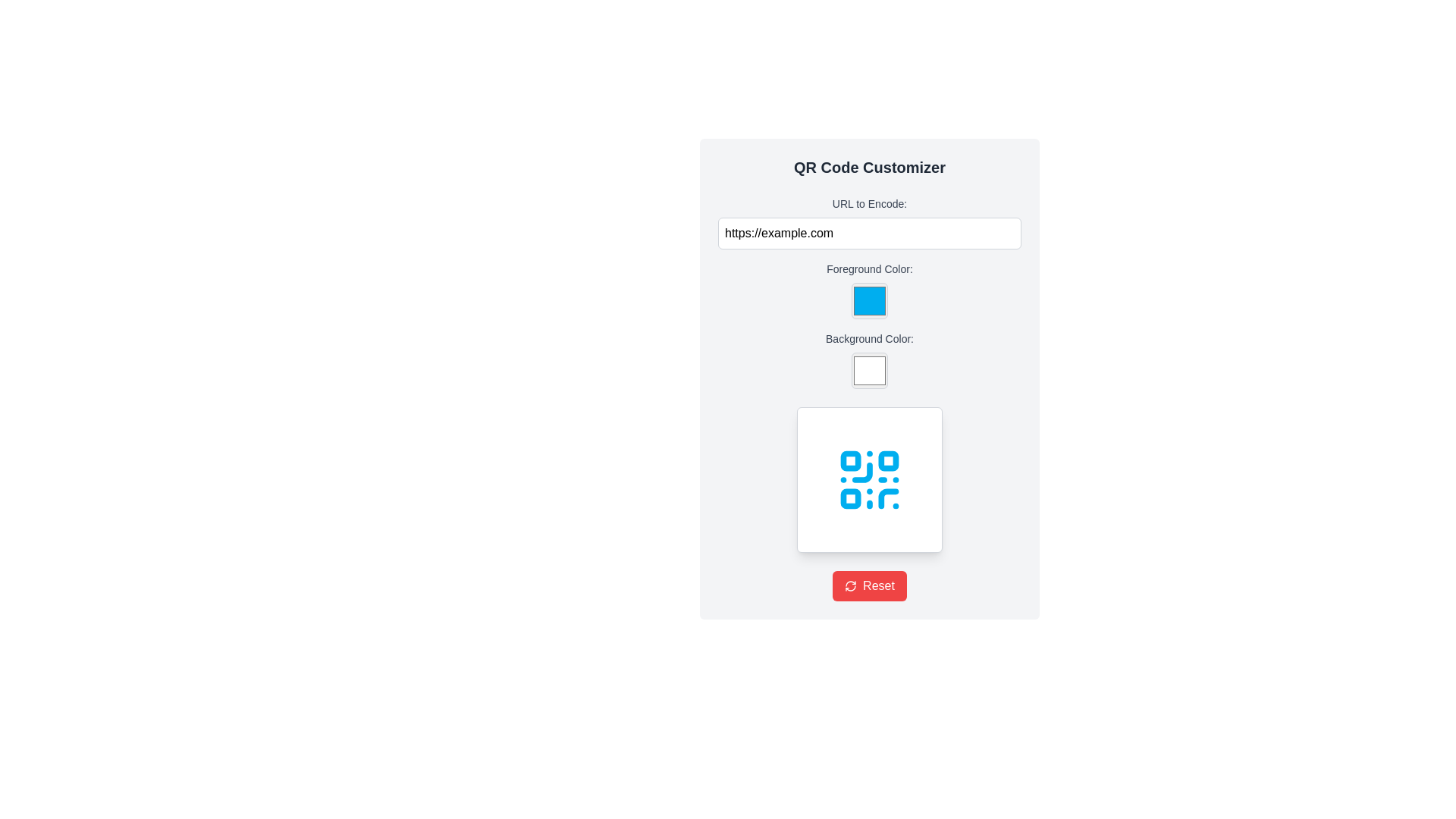 Image resolution: width=1456 pixels, height=819 pixels. Describe the element at coordinates (870, 290) in the screenshot. I see `the color picker input field labeled 'Foreground Color:'` at that location.